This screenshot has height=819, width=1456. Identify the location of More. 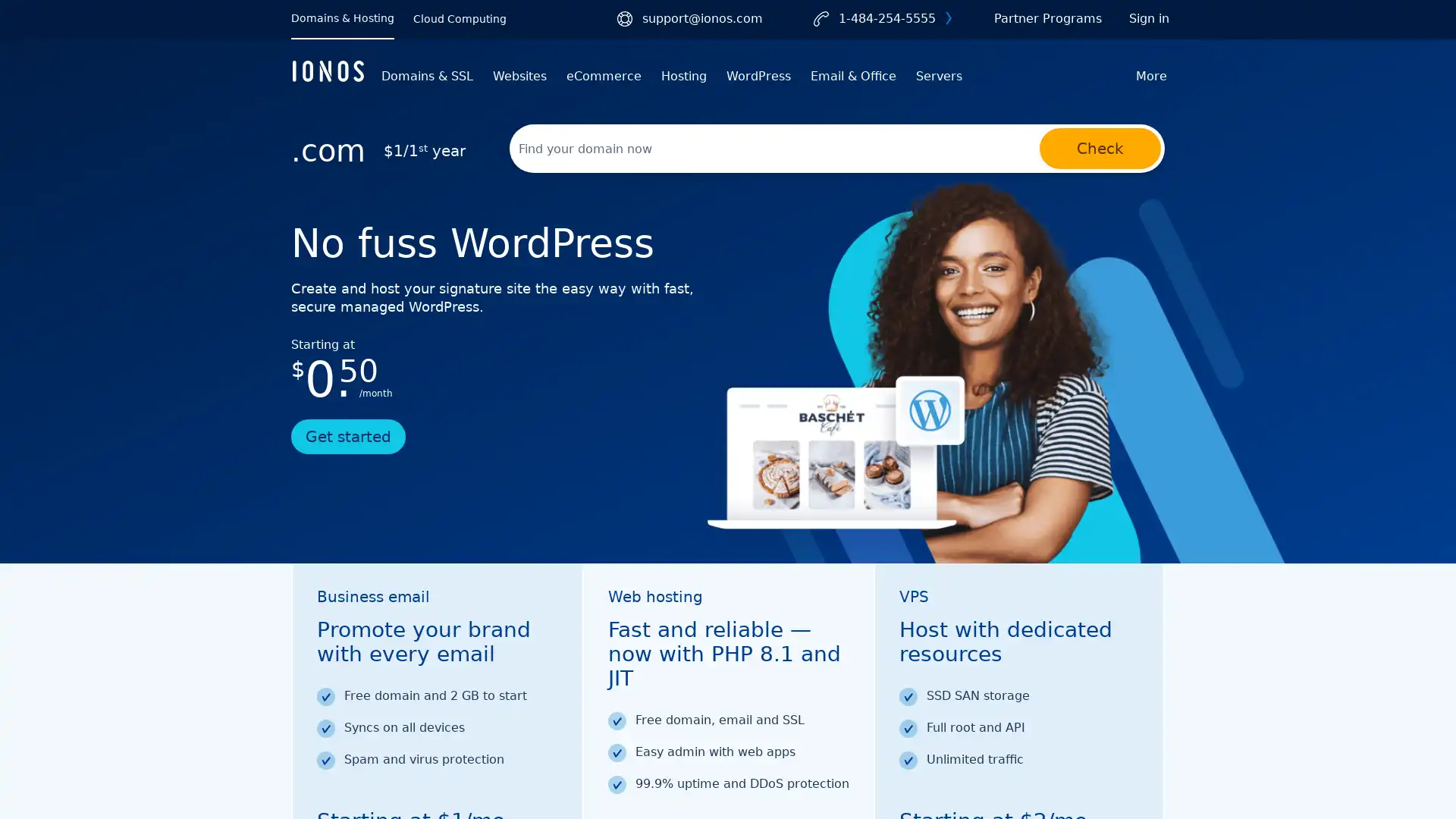
(1151, 76).